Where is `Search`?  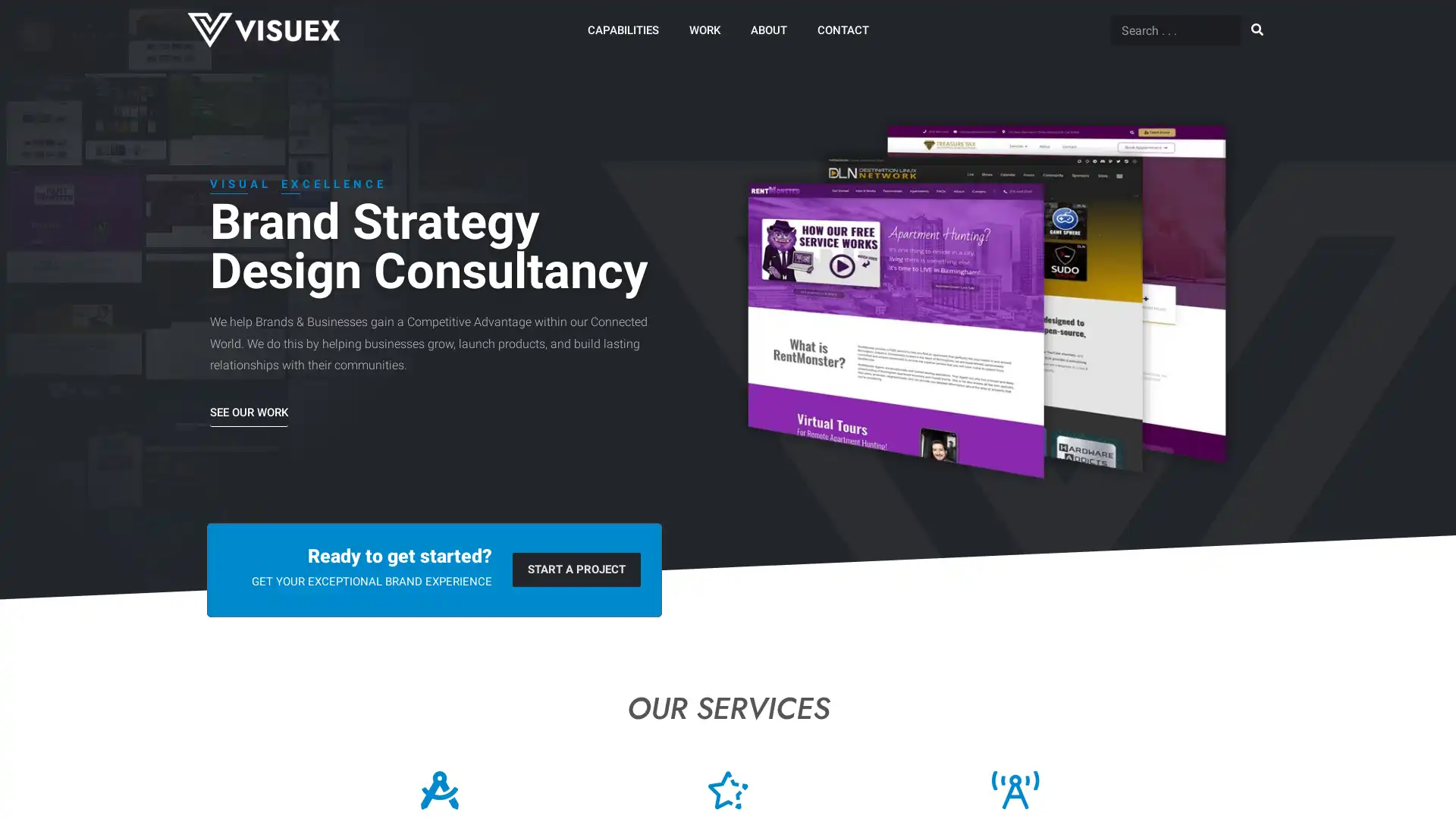 Search is located at coordinates (1257, 30).